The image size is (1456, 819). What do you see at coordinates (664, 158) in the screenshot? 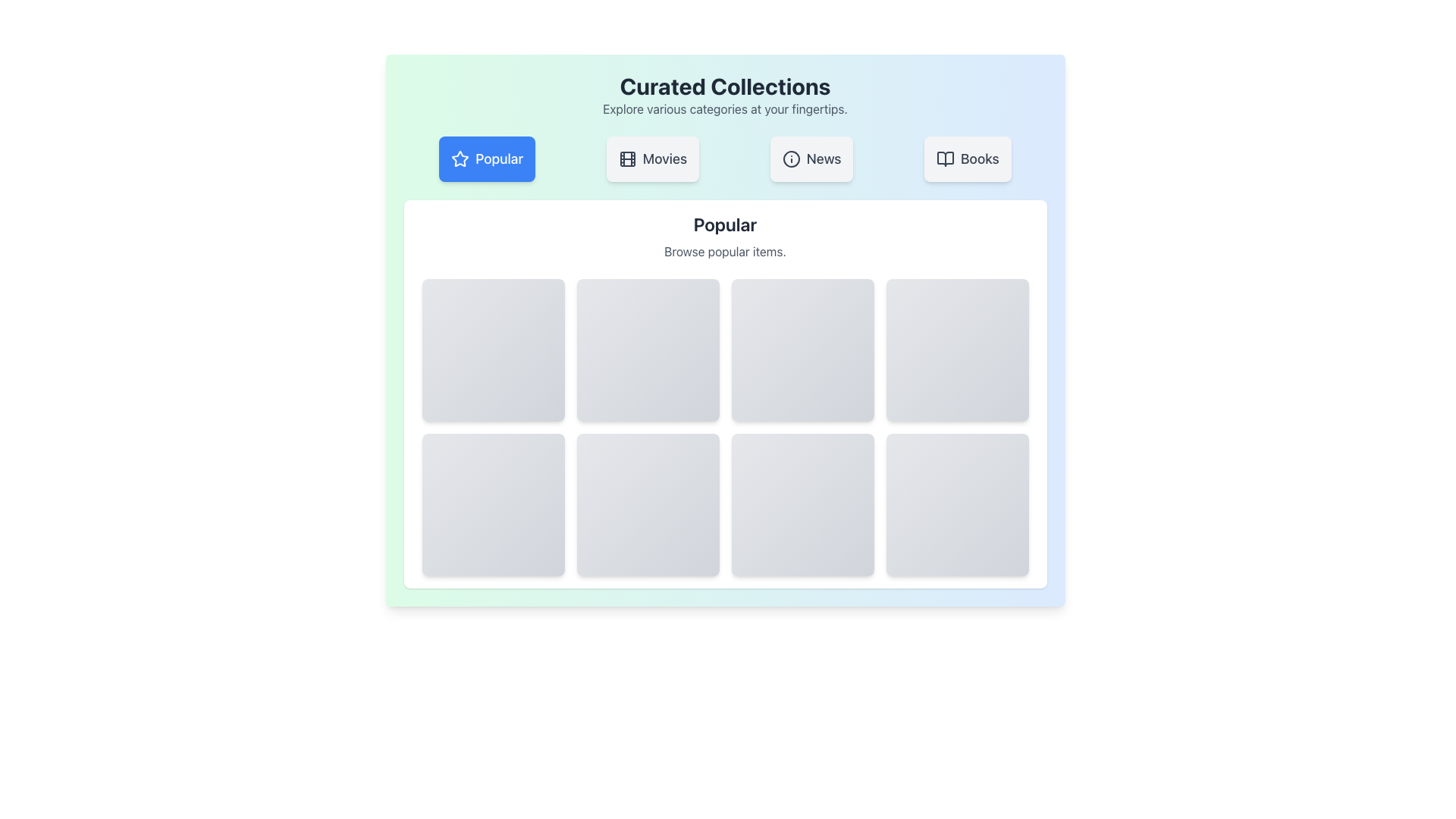
I see `the 'Movies' text label which indicates the purpose of the second button in the horizontal group under 'Curated Collections', situated between 'Popular' and 'News' buttons` at bounding box center [664, 158].